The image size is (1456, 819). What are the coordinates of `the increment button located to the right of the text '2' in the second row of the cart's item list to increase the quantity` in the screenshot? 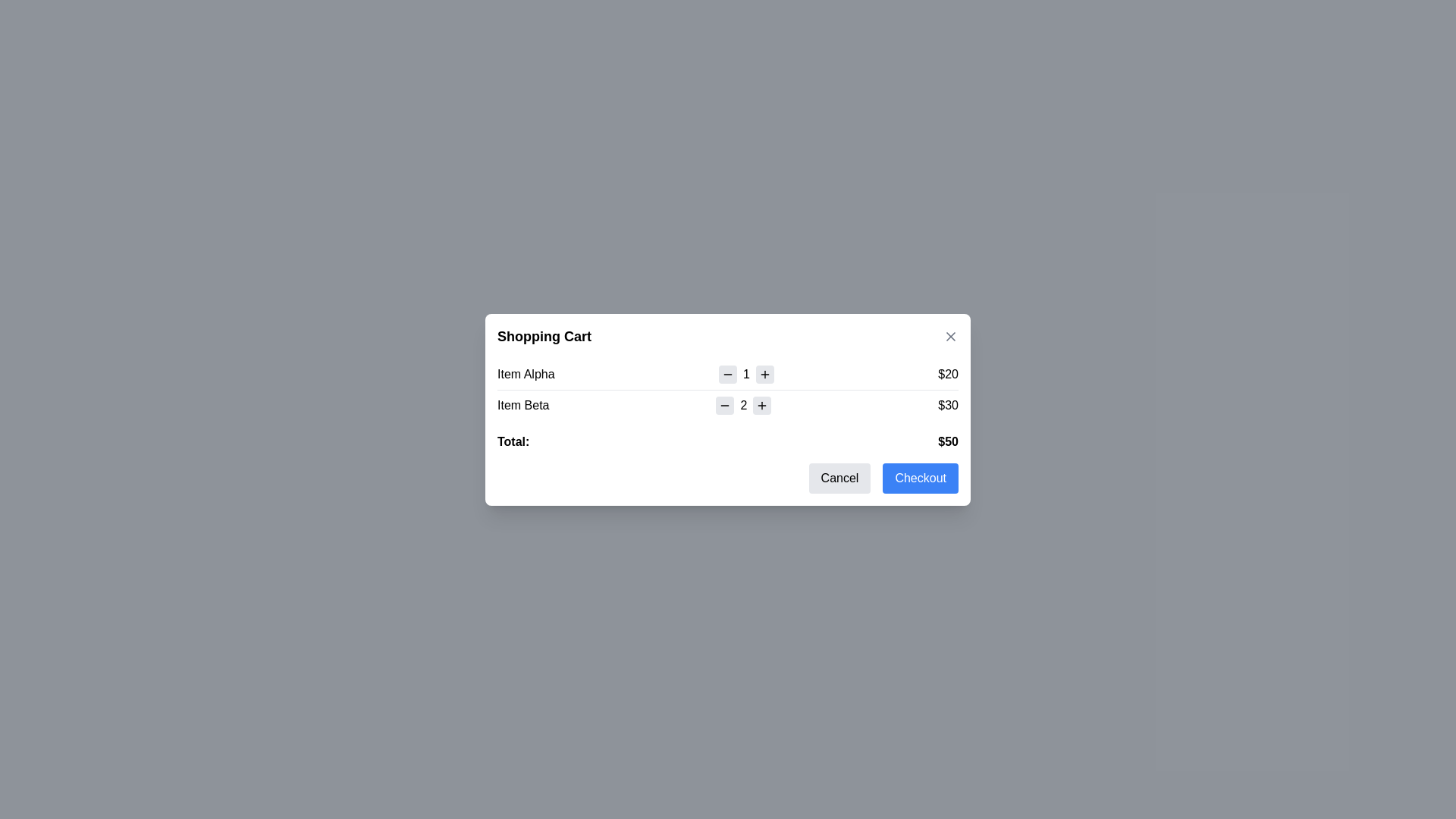 It's located at (762, 404).